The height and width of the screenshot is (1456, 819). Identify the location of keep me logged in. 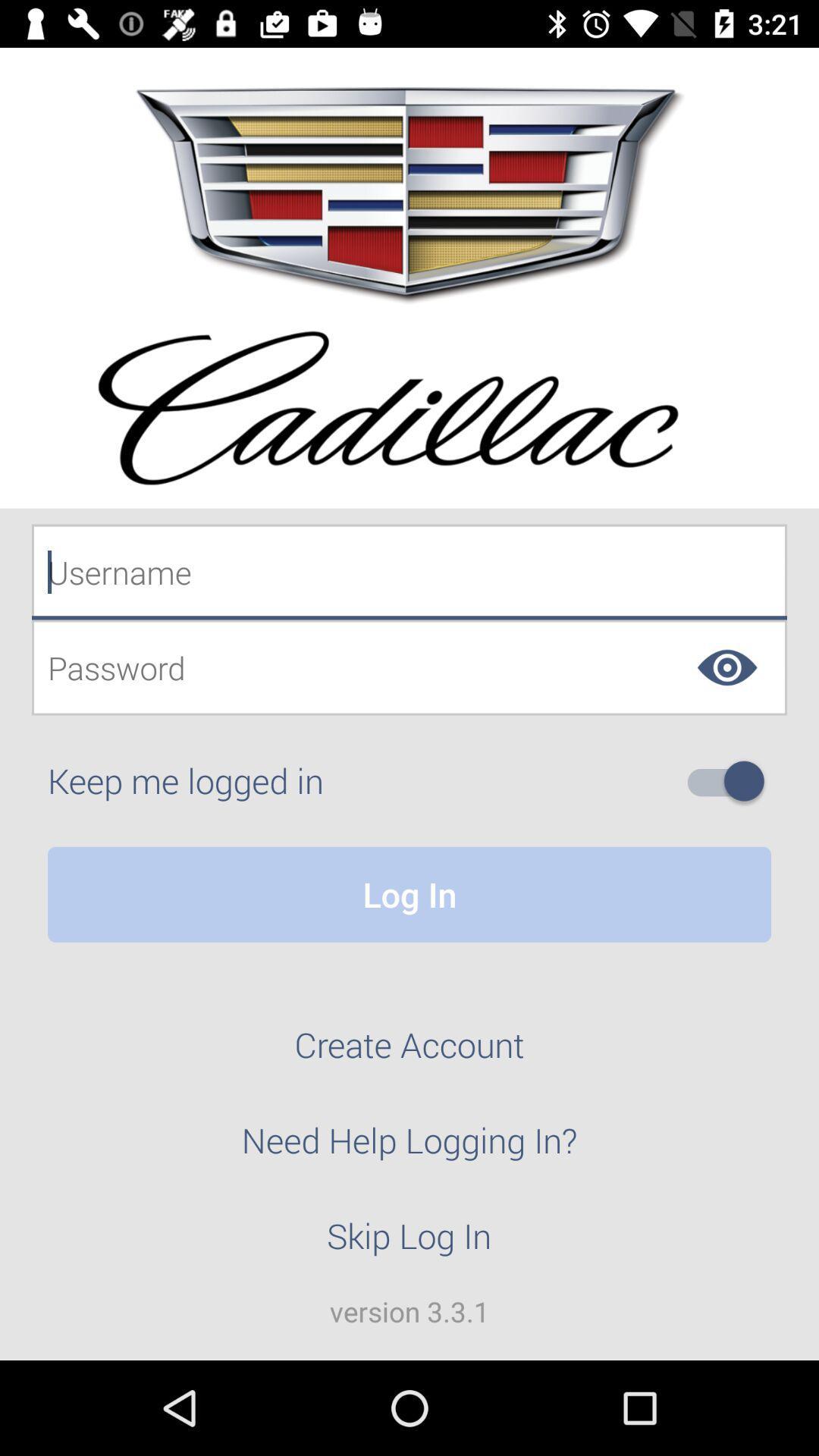
(731, 781).